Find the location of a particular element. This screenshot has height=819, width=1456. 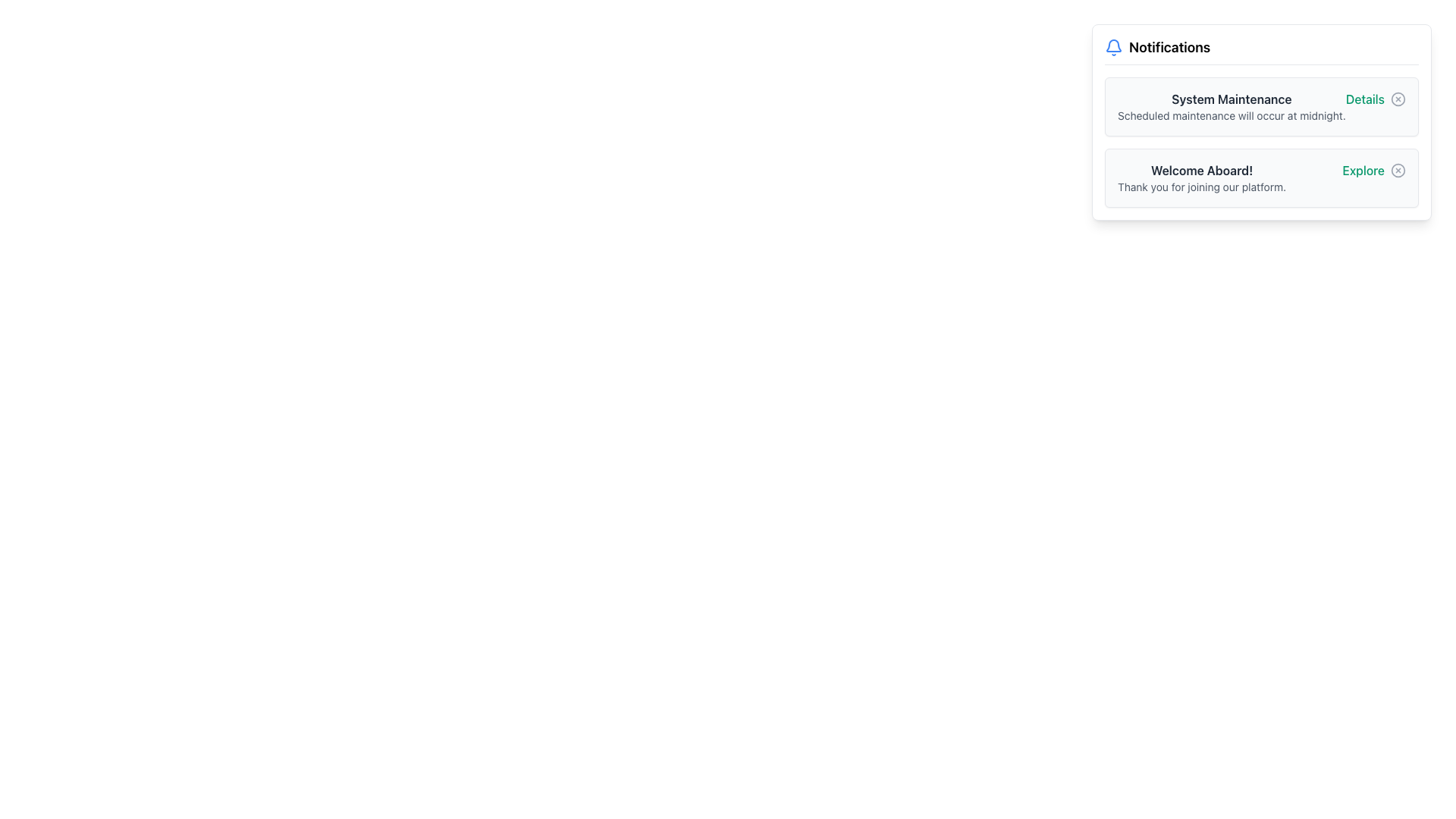

the 'Explore' text label displayed in green font within the notification panel, located at the bottom right section after 'Welcome Aboard!' is located at coordinates (1373, 170).